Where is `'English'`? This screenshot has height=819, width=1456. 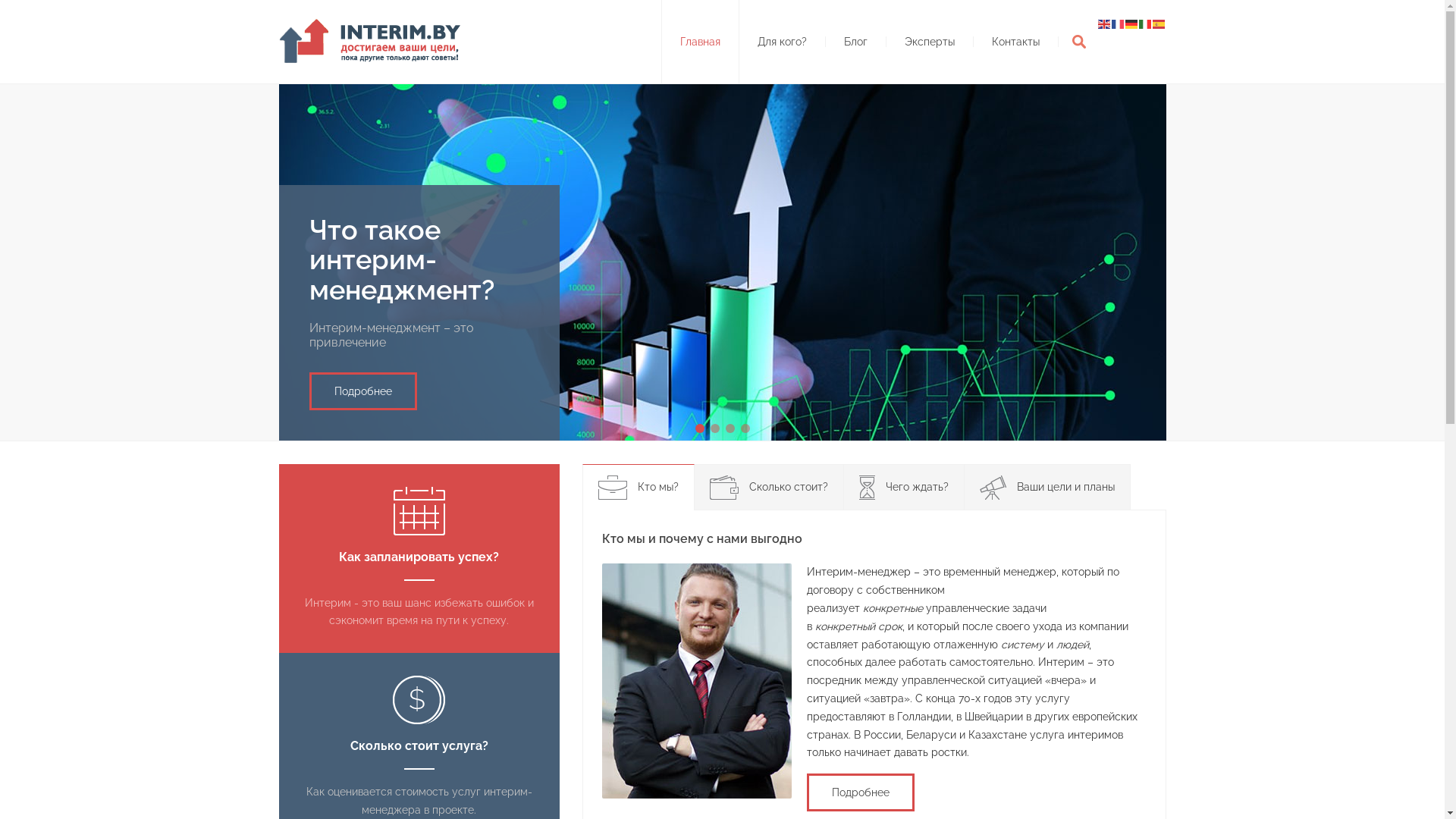
'English' is located at coordinates (1105, 23).